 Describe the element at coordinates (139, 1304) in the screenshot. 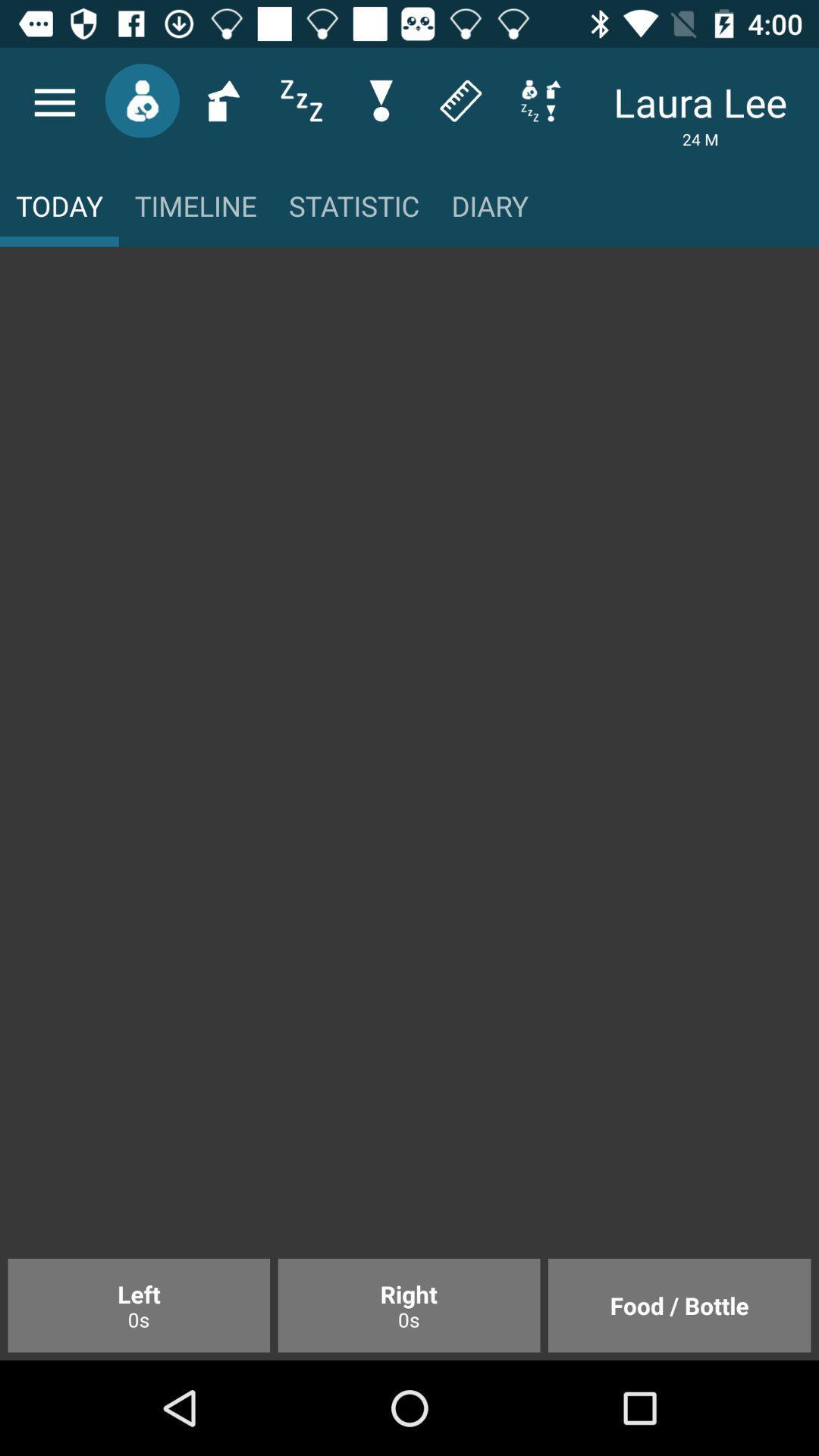

I see `left` at that location.